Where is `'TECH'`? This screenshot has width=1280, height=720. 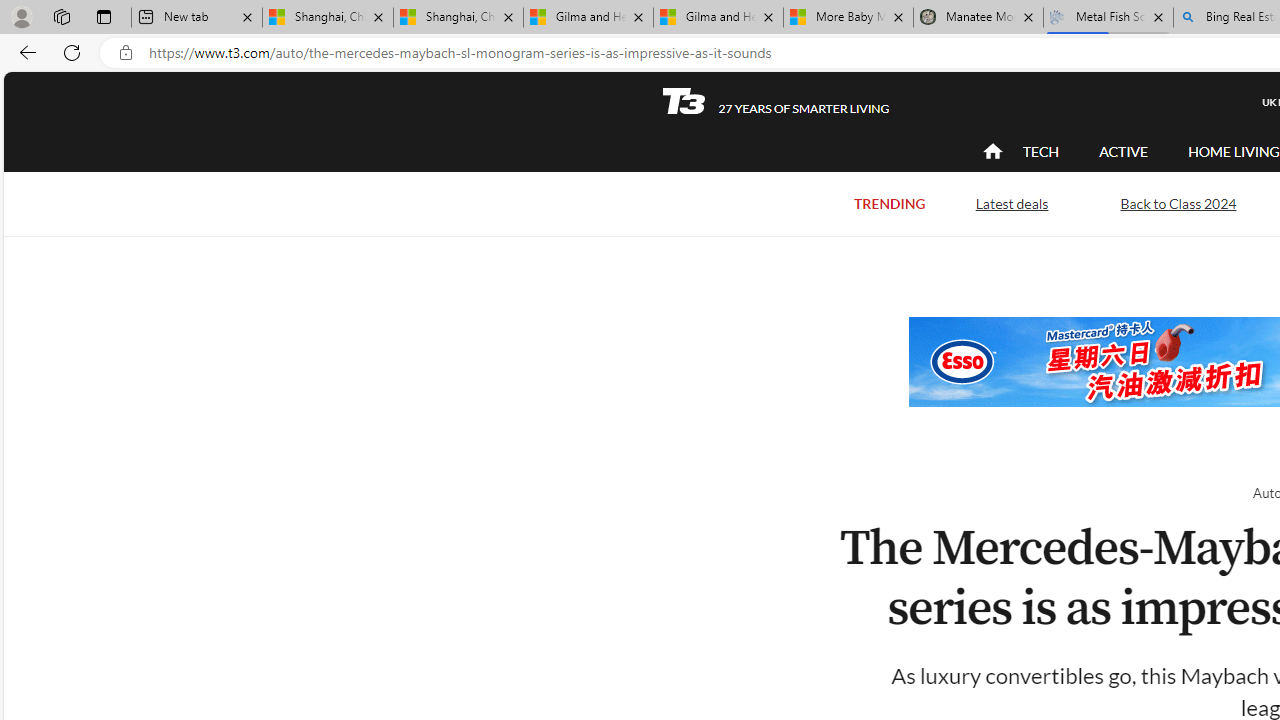 'TECH' is located at coordinates (1040, 150).